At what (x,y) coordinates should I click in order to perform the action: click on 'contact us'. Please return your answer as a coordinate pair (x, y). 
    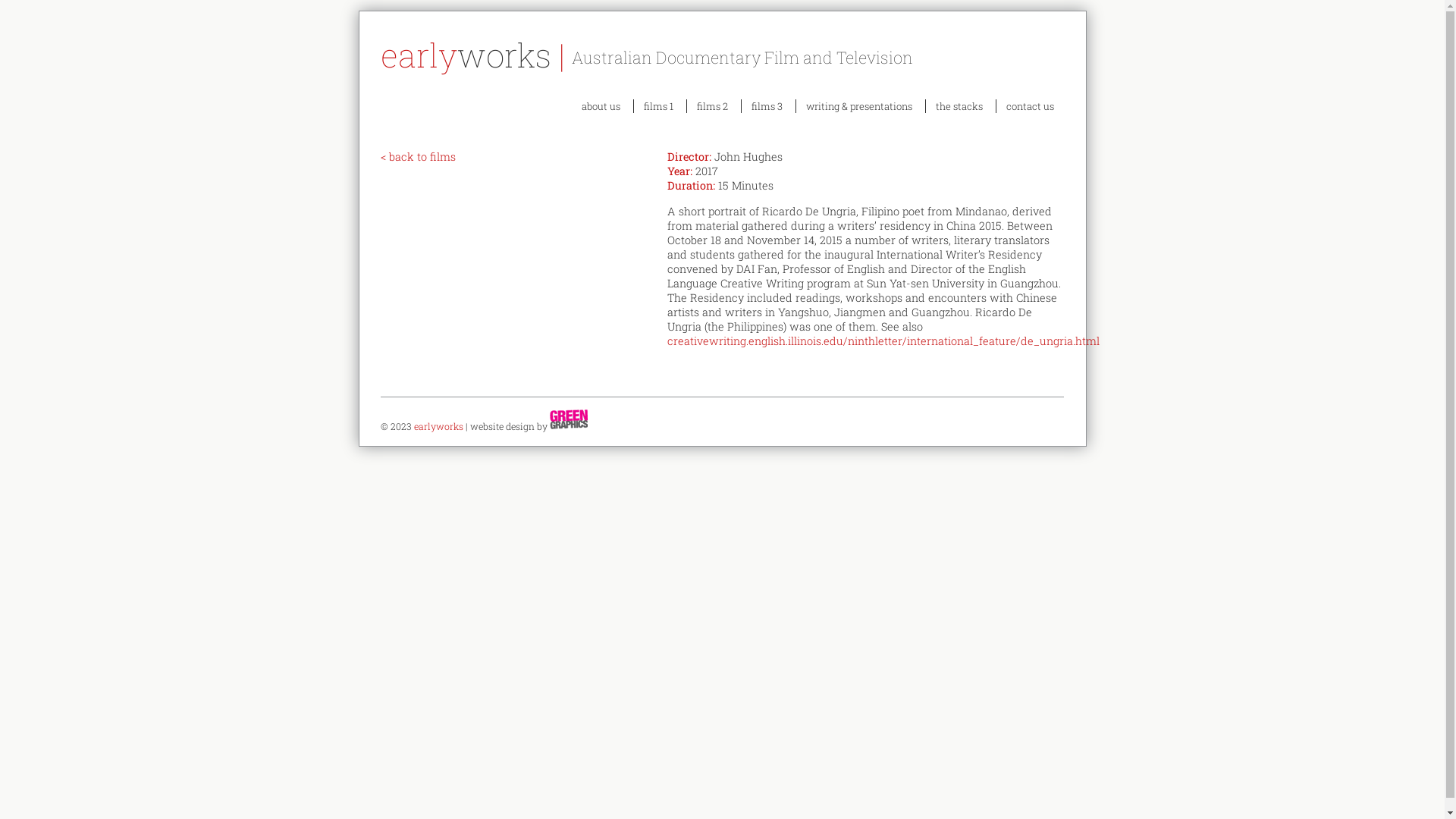
    Looking at the image, I should click on (1030, 105).